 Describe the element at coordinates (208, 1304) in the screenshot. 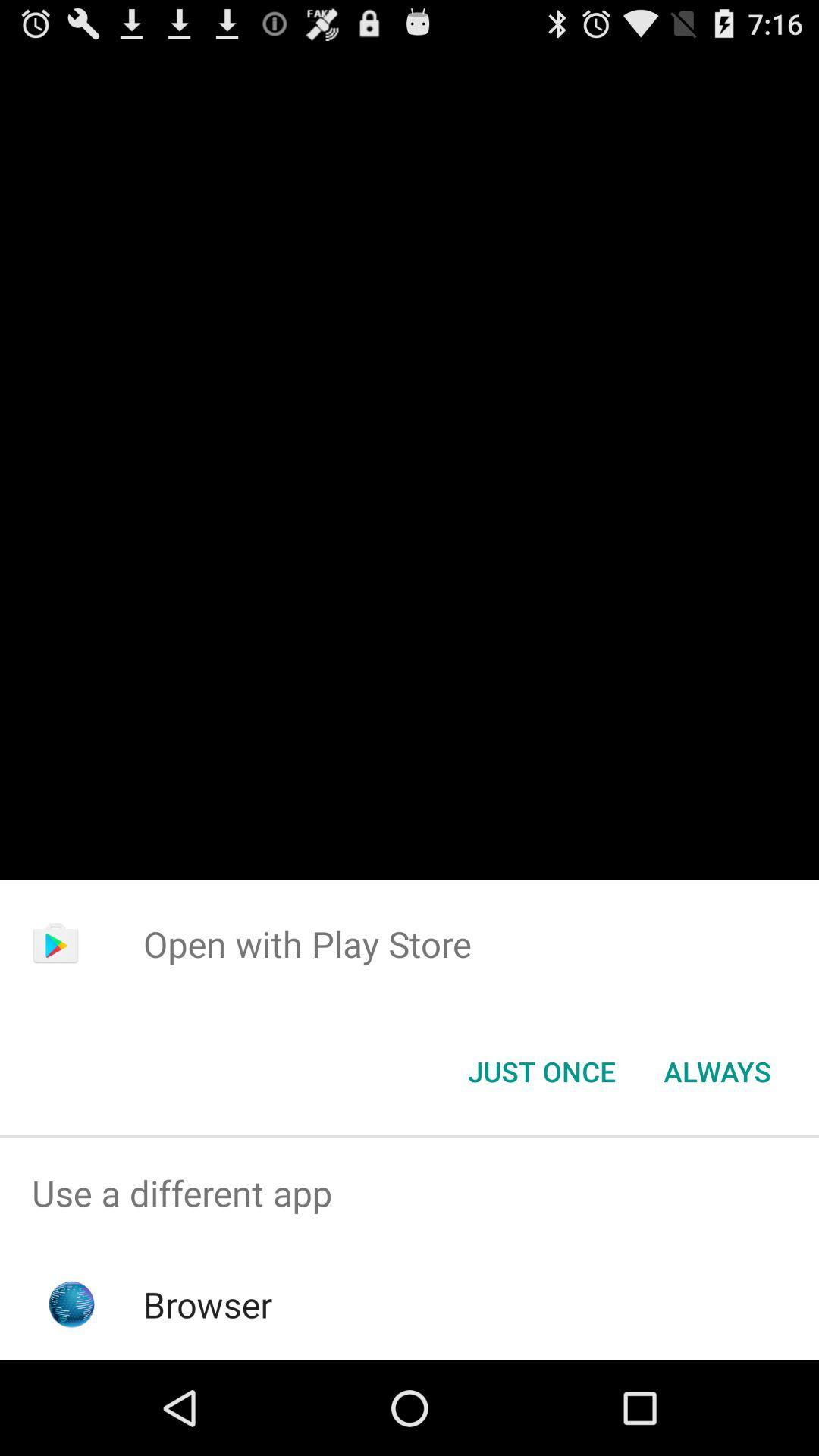

I see `app below use a different` at that location.